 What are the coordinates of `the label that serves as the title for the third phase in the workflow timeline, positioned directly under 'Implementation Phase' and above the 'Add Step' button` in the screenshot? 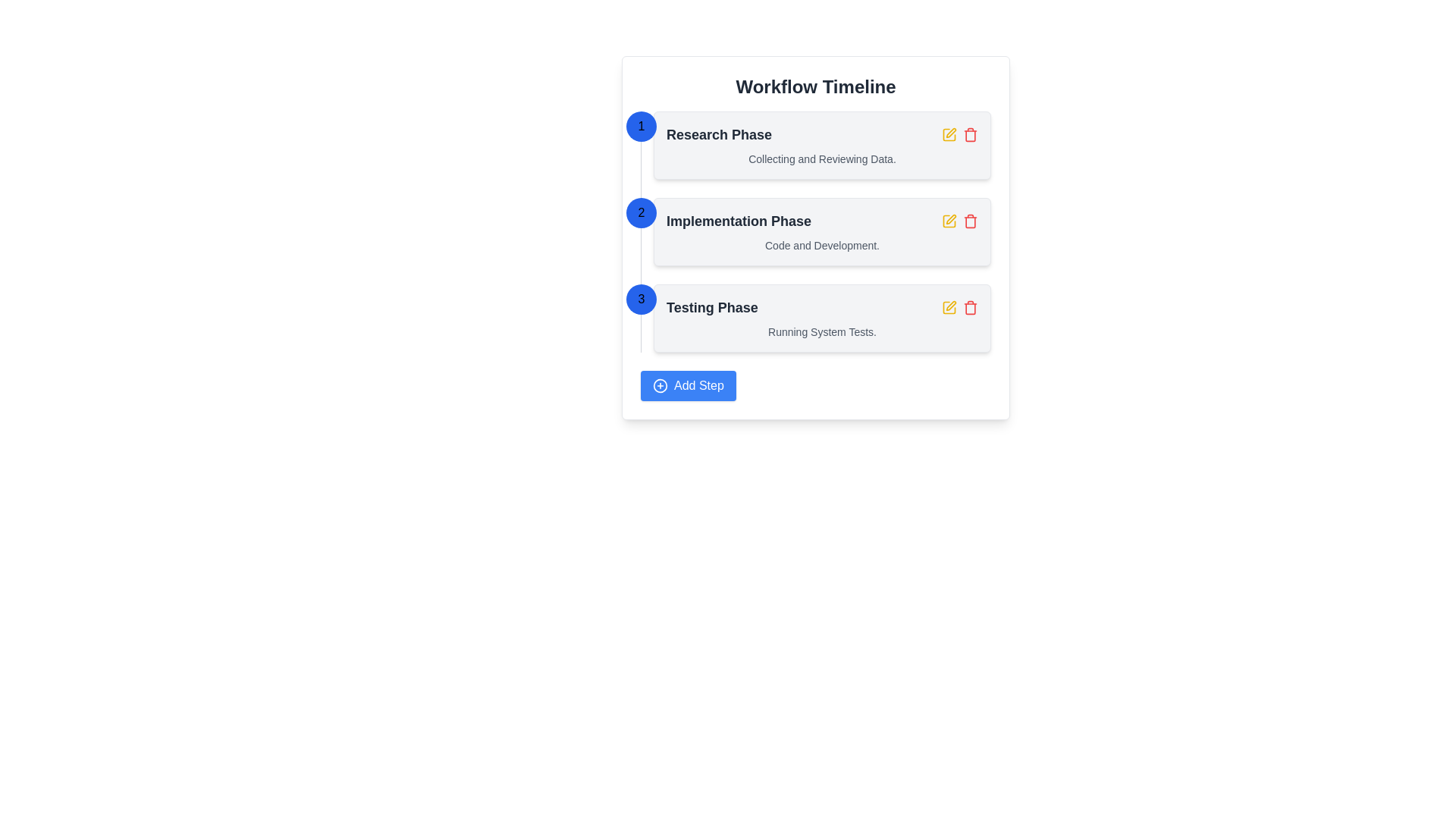 It's located at (711, 307).